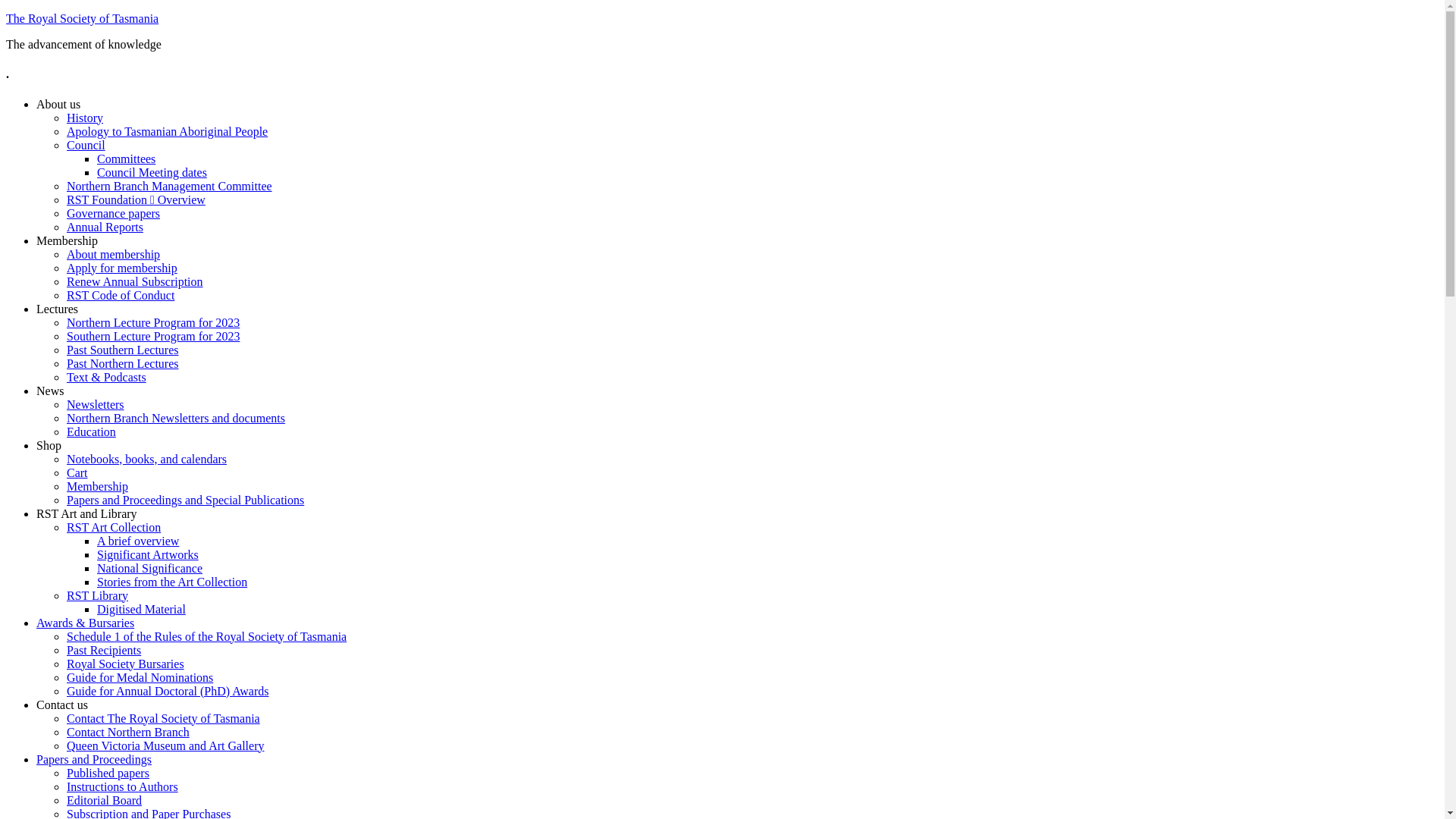  Describe the element at coordinates (90, 431) in the screenshot. I see `'Education'` at that location.